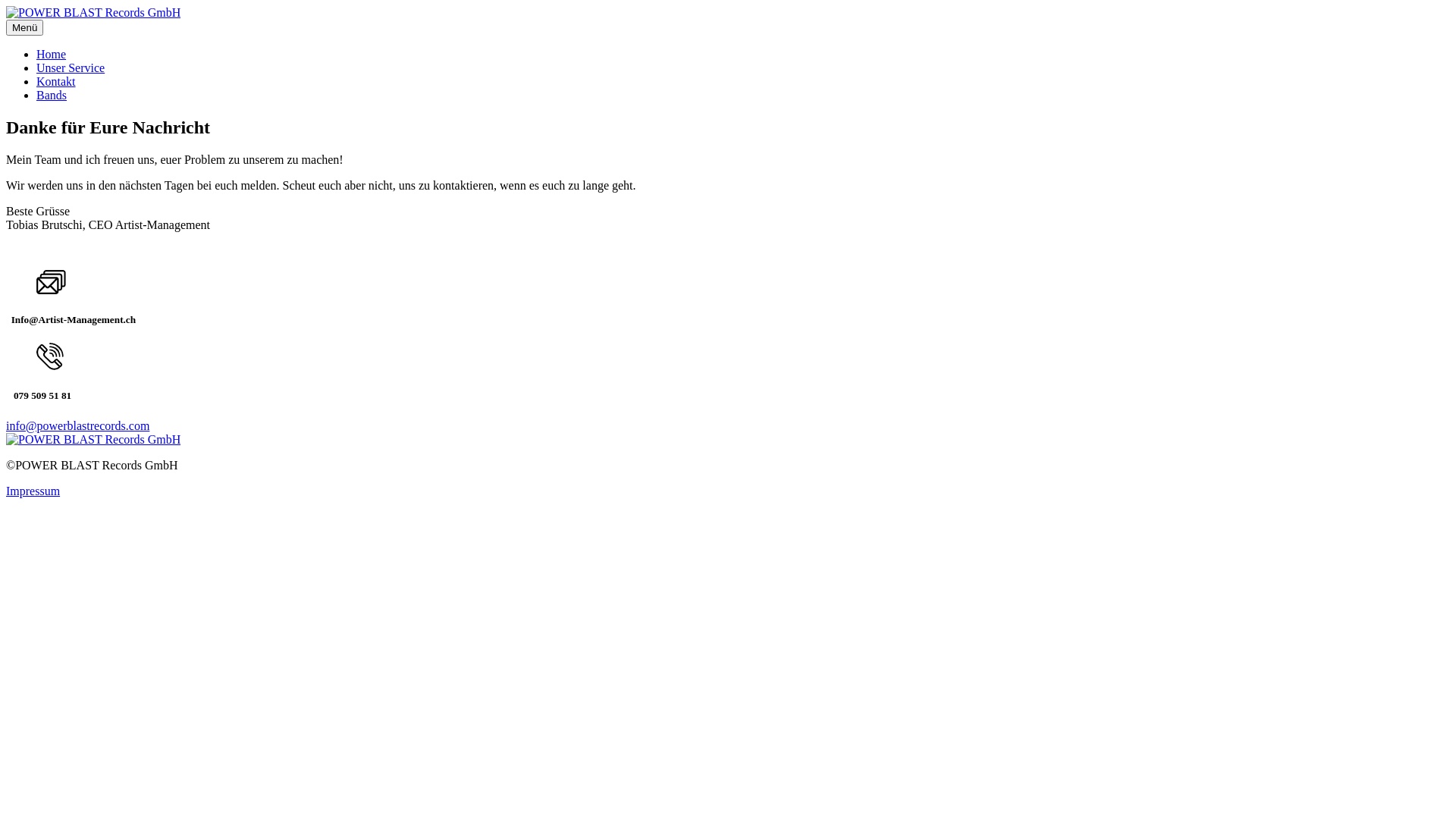 The width and height of the screenshot is (1456, 819). What do you see at coordinates (33, 490) in the screenshot?
I see `'Impressum'` at bounding box center [33, 490].